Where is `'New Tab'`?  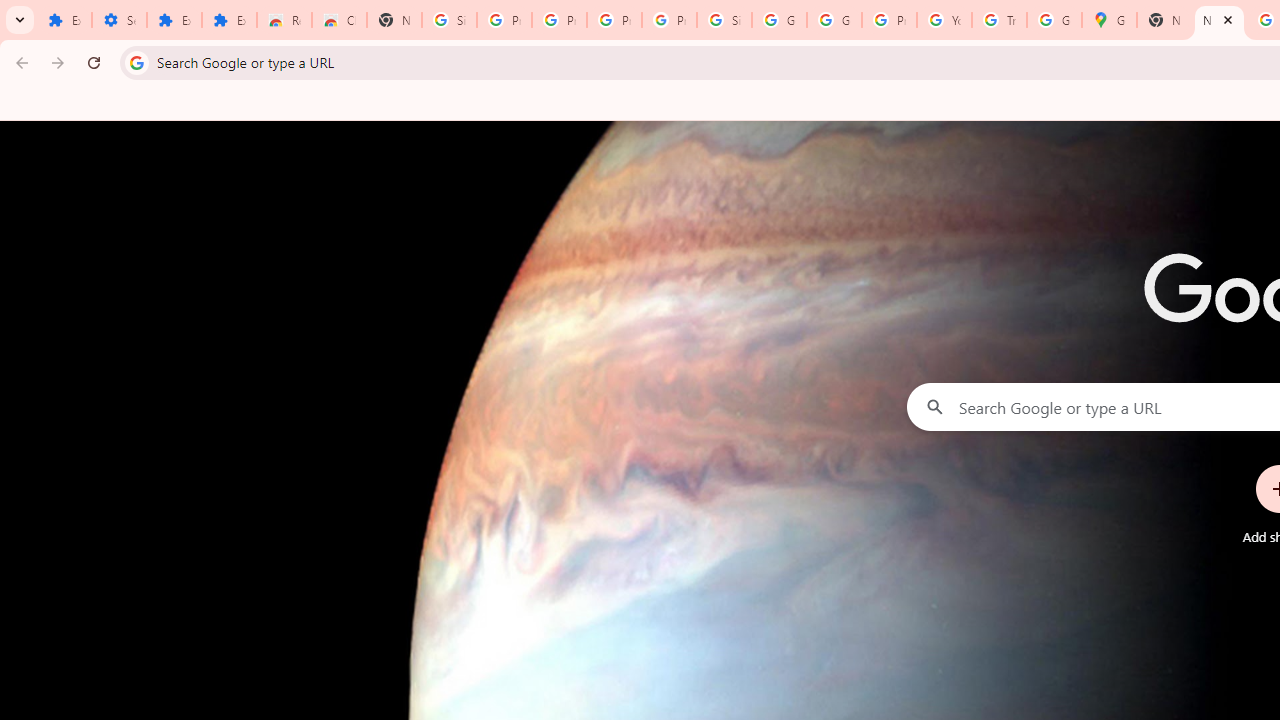
'New Tab' is located at coordinates (1218, 20).